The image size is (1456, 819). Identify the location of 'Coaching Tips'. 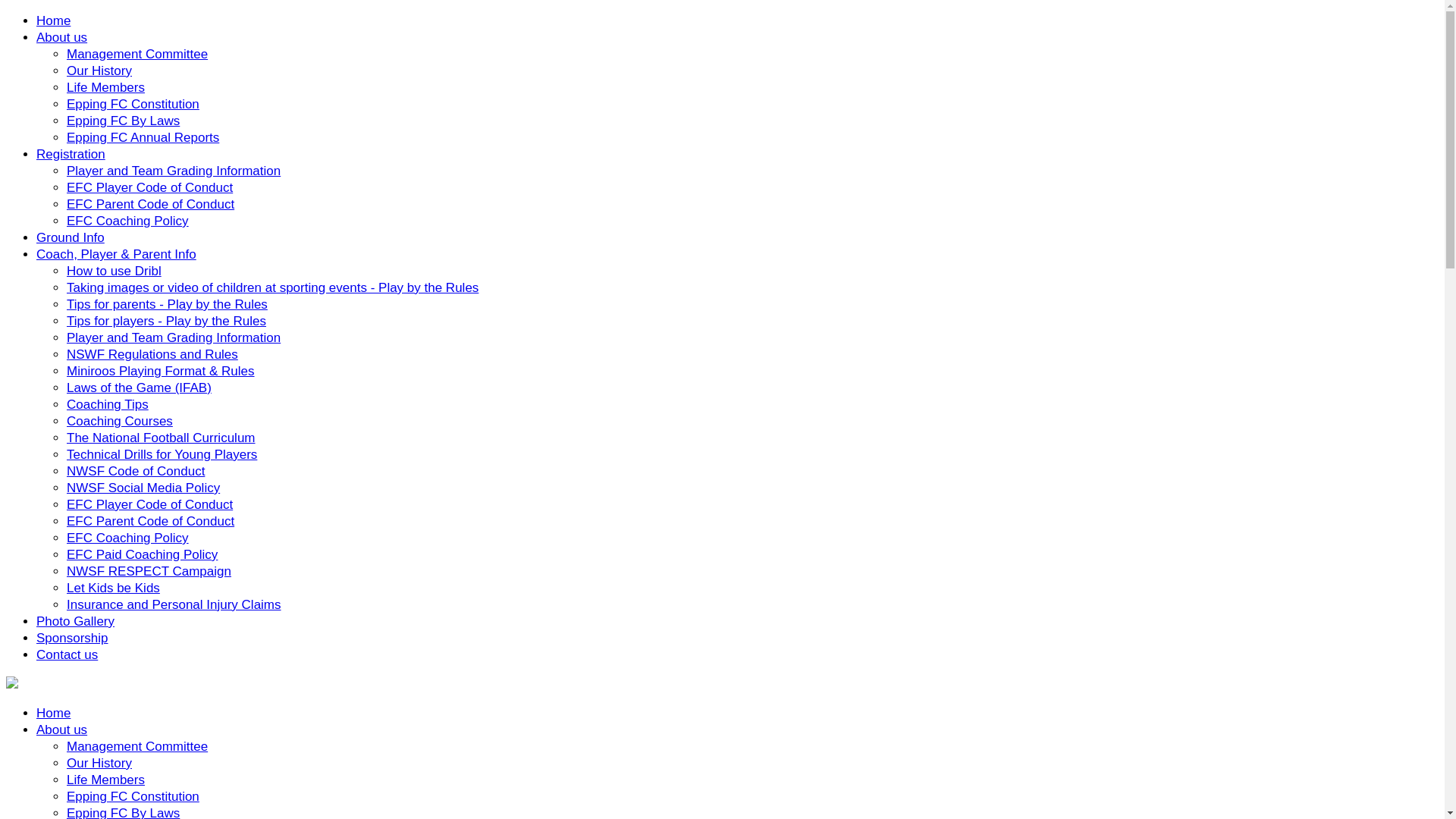
(107, 403).